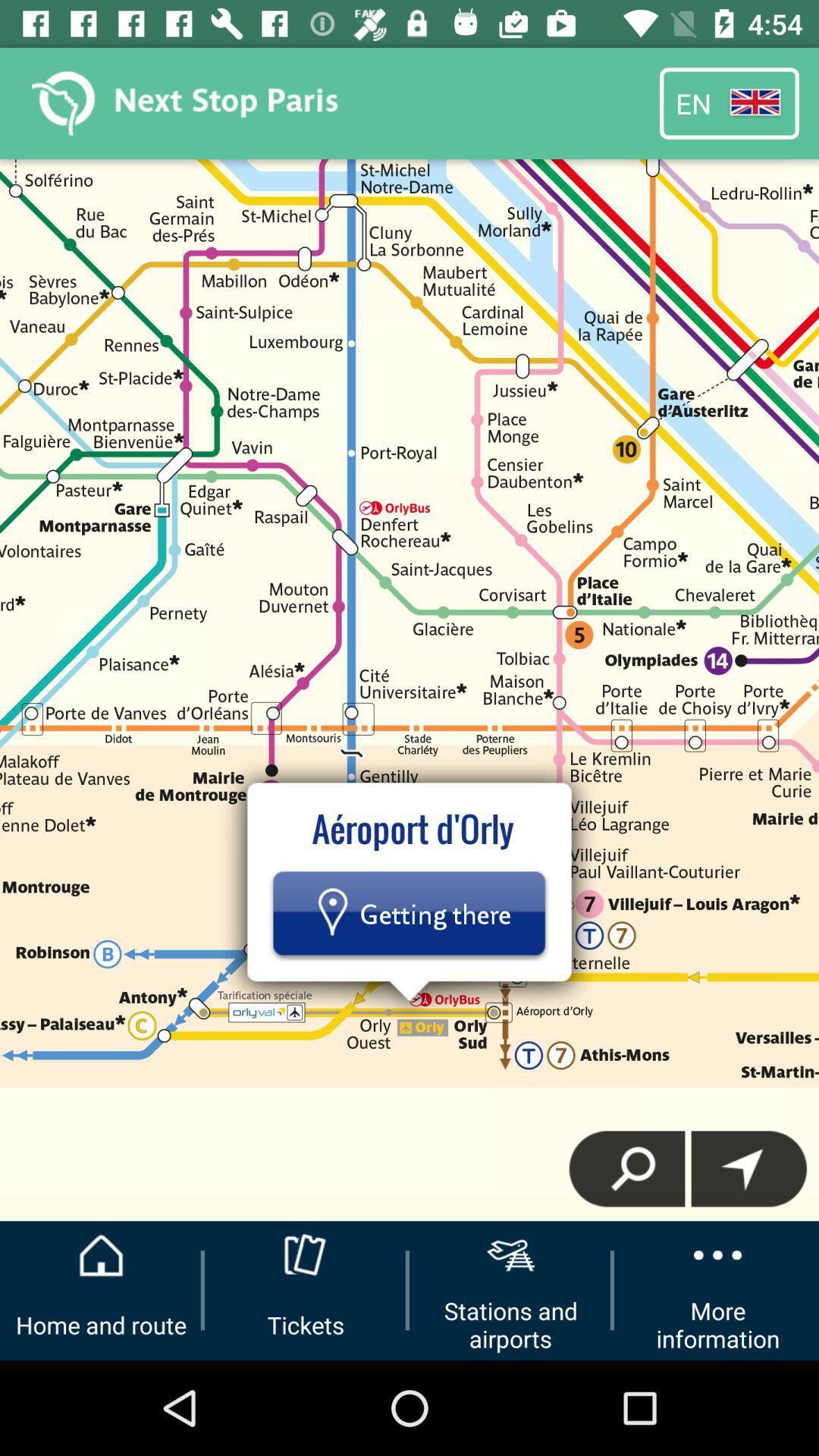 This screenshot has height=1456, width=819. What do you see at coordinates (408, 912) in the screenshot?
I see `the getting there icon` at bounding box center [408, 912].